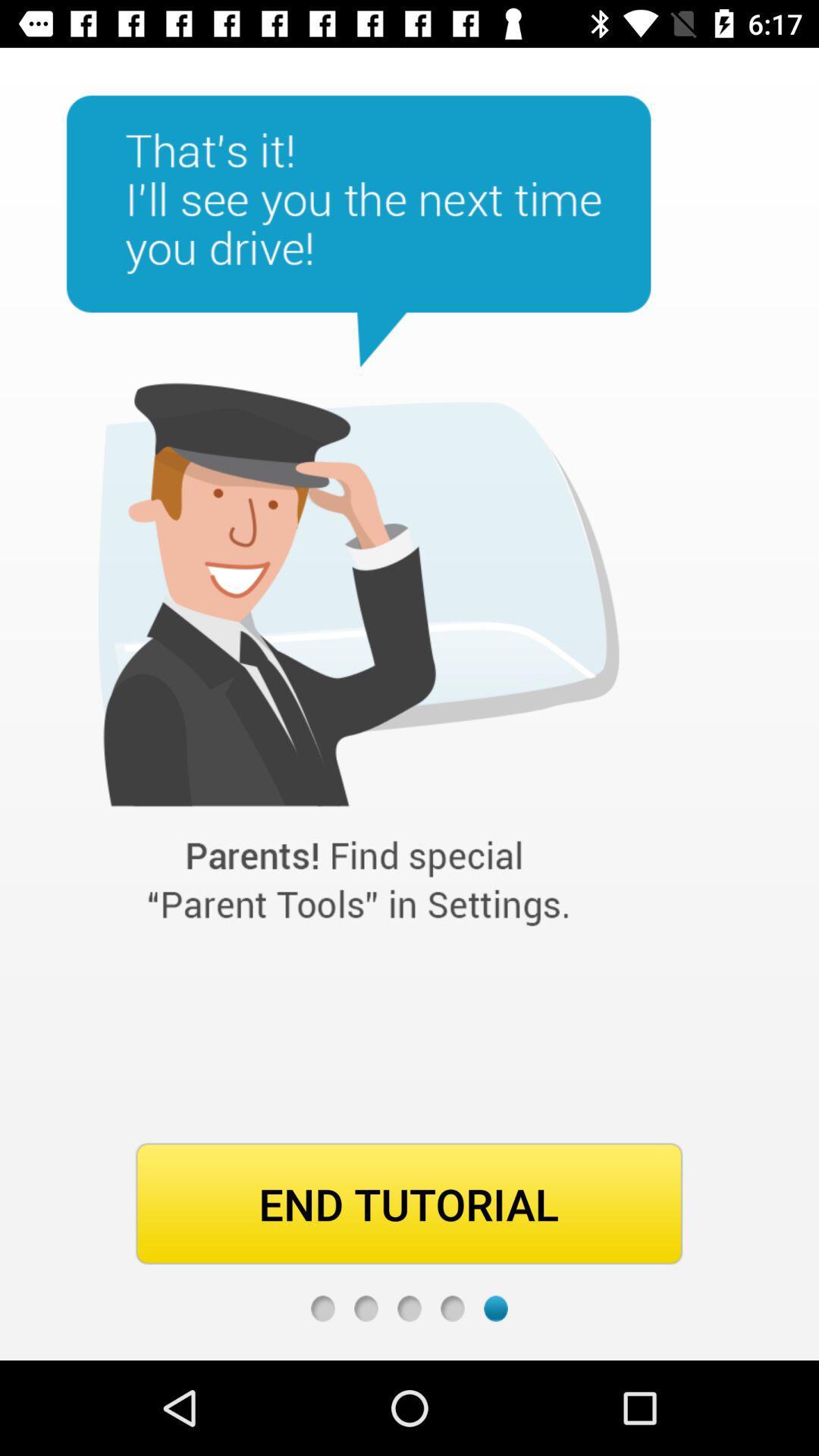  Describe the element at coordinates (366, 1307) in the screenshot. I see `2nd page` at that location.